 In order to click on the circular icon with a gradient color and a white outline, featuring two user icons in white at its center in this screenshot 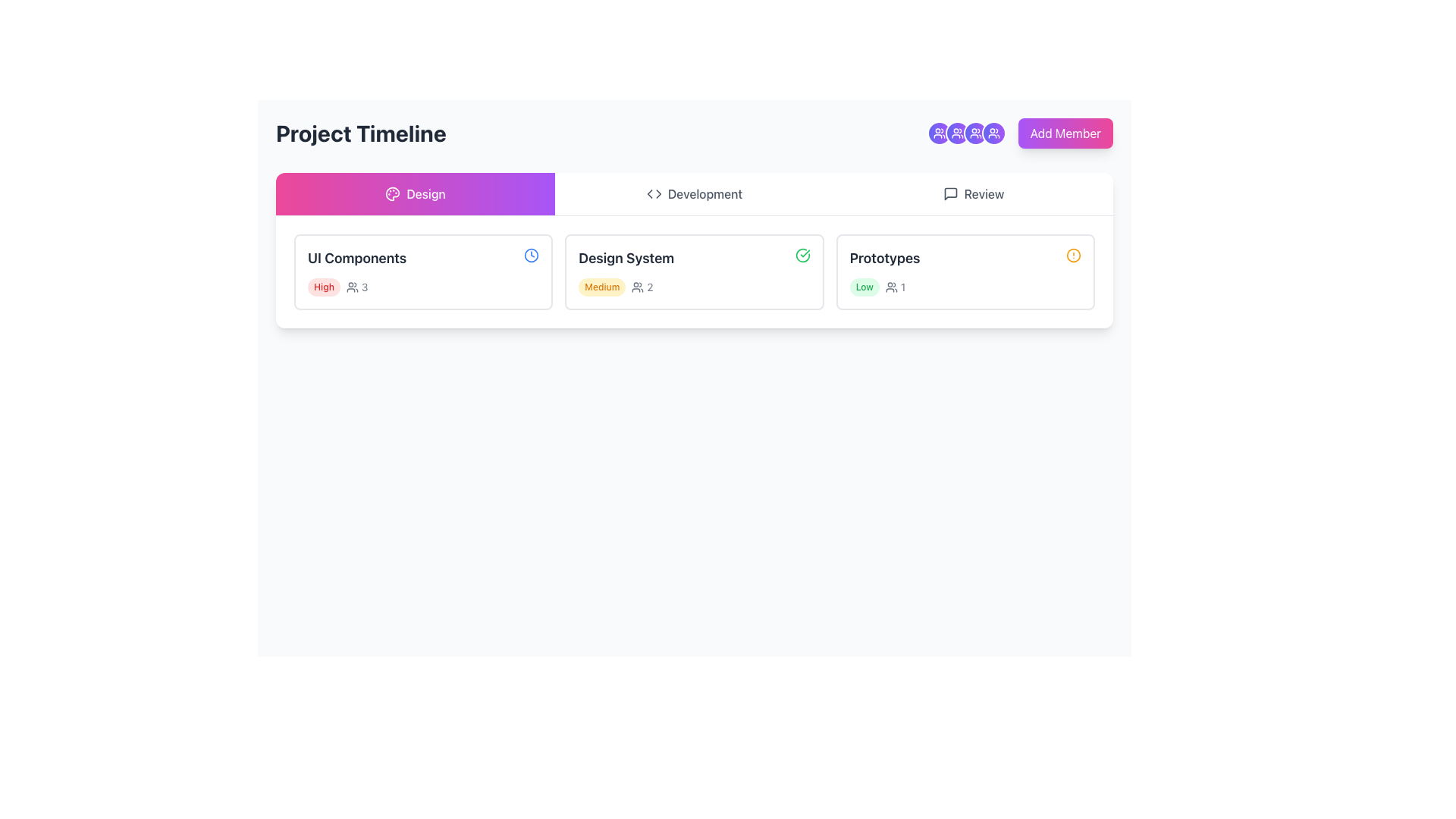, I will do `click(993, 133)`.